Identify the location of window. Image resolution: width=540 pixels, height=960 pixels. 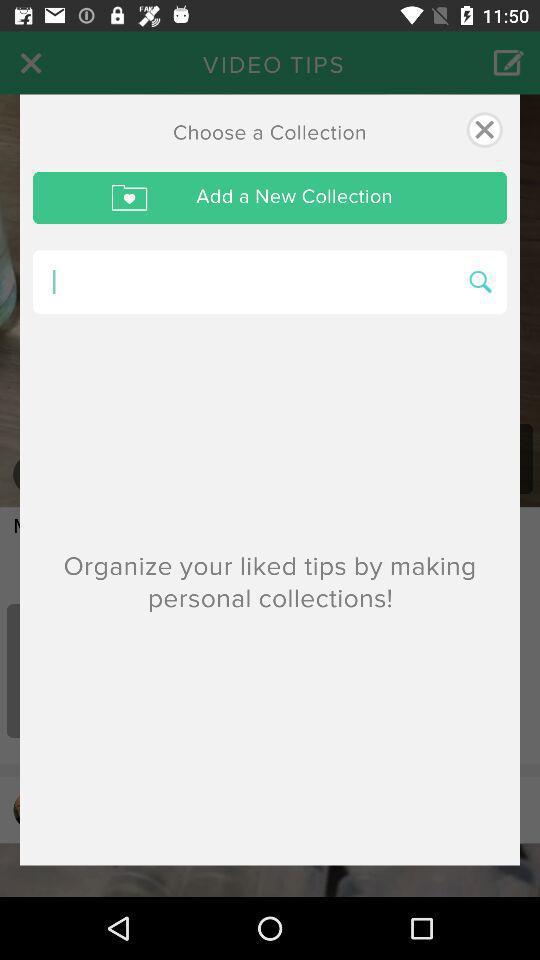
(483, 128).